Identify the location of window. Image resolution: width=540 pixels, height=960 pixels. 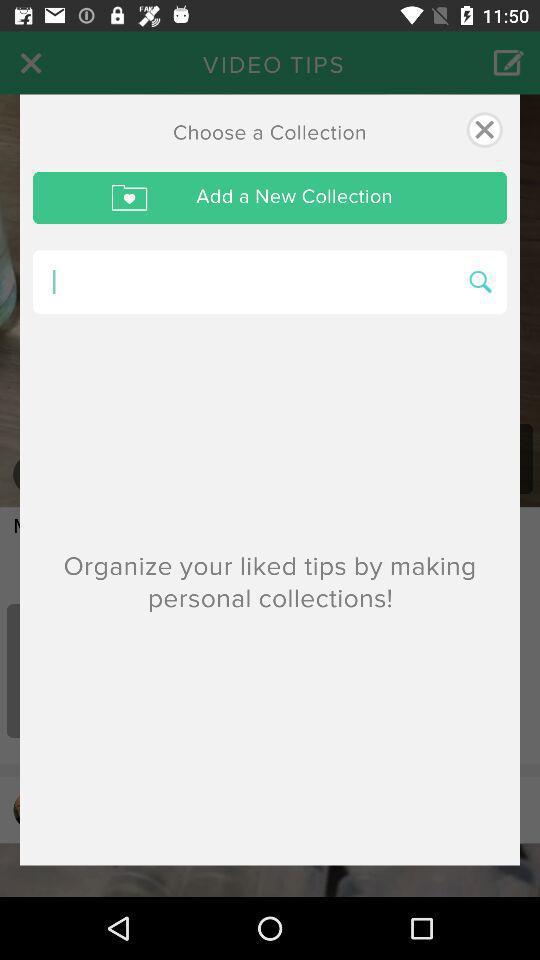
(483, 128).